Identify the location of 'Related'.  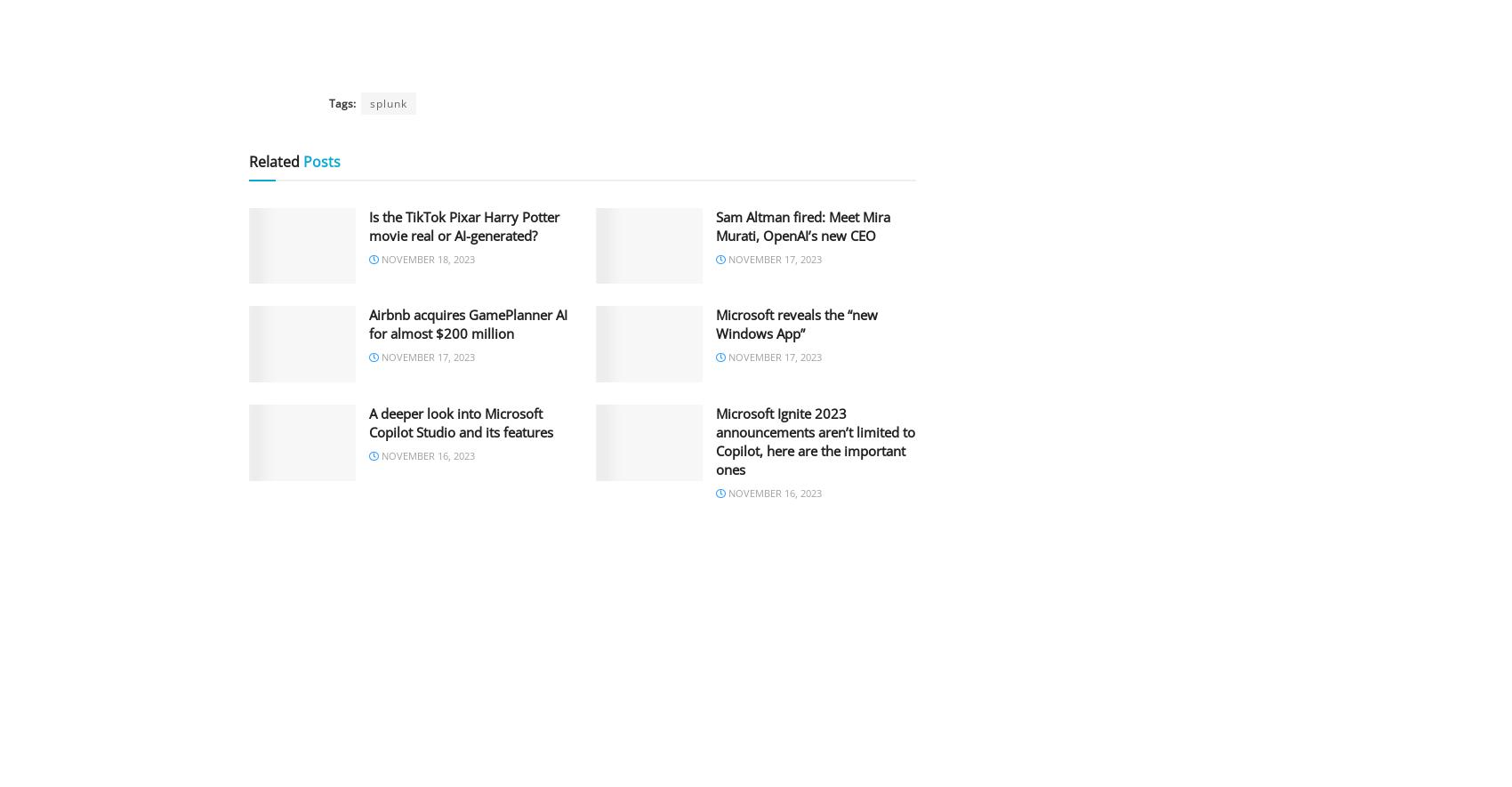
(274, 160).